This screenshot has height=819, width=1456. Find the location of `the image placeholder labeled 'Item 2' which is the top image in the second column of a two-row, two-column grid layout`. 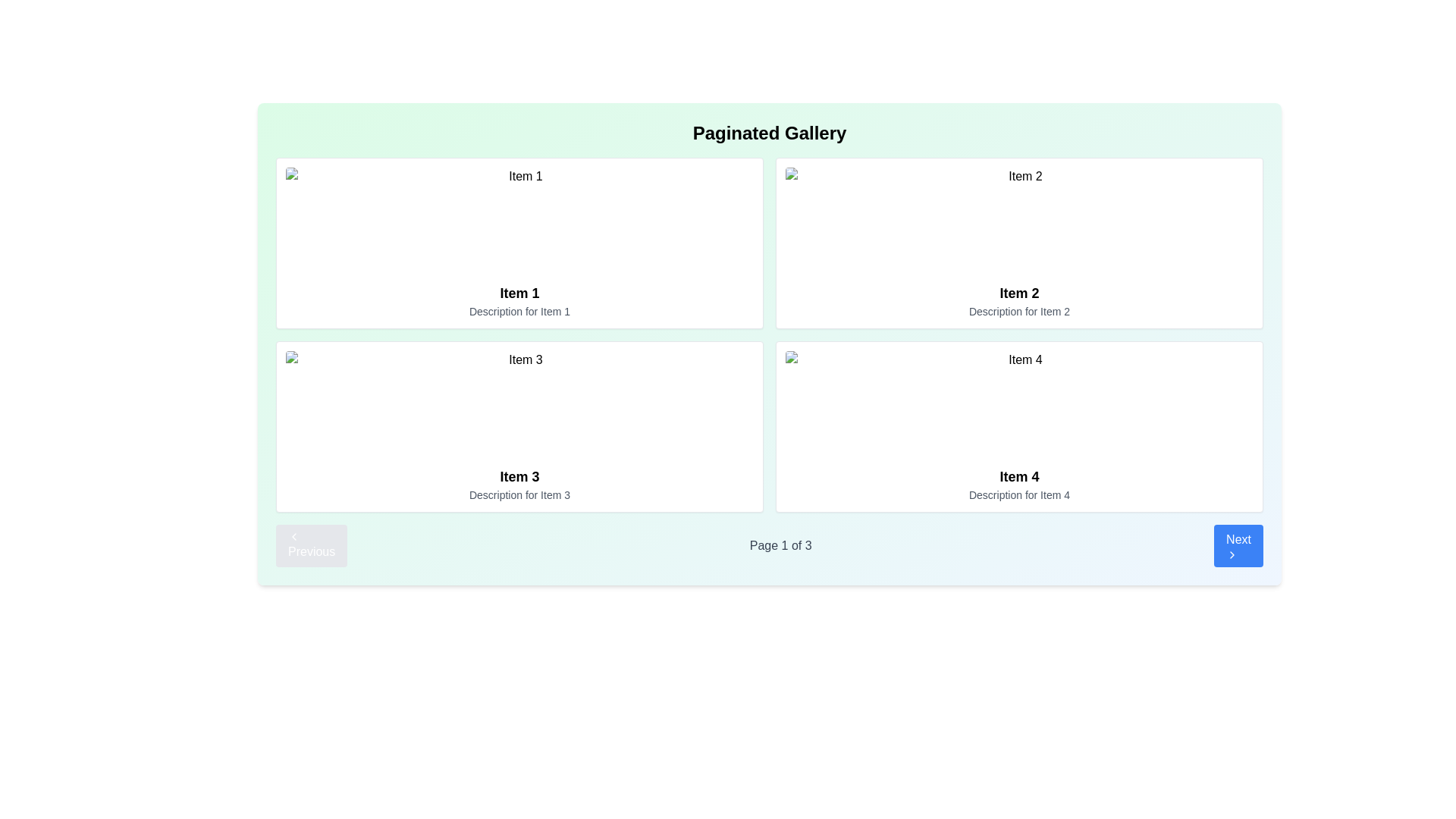

the image placeholder labeled 'Item 2' which is the top image in the second column of a two-row, two-column grid layout is located at coordinates (1019, 222).